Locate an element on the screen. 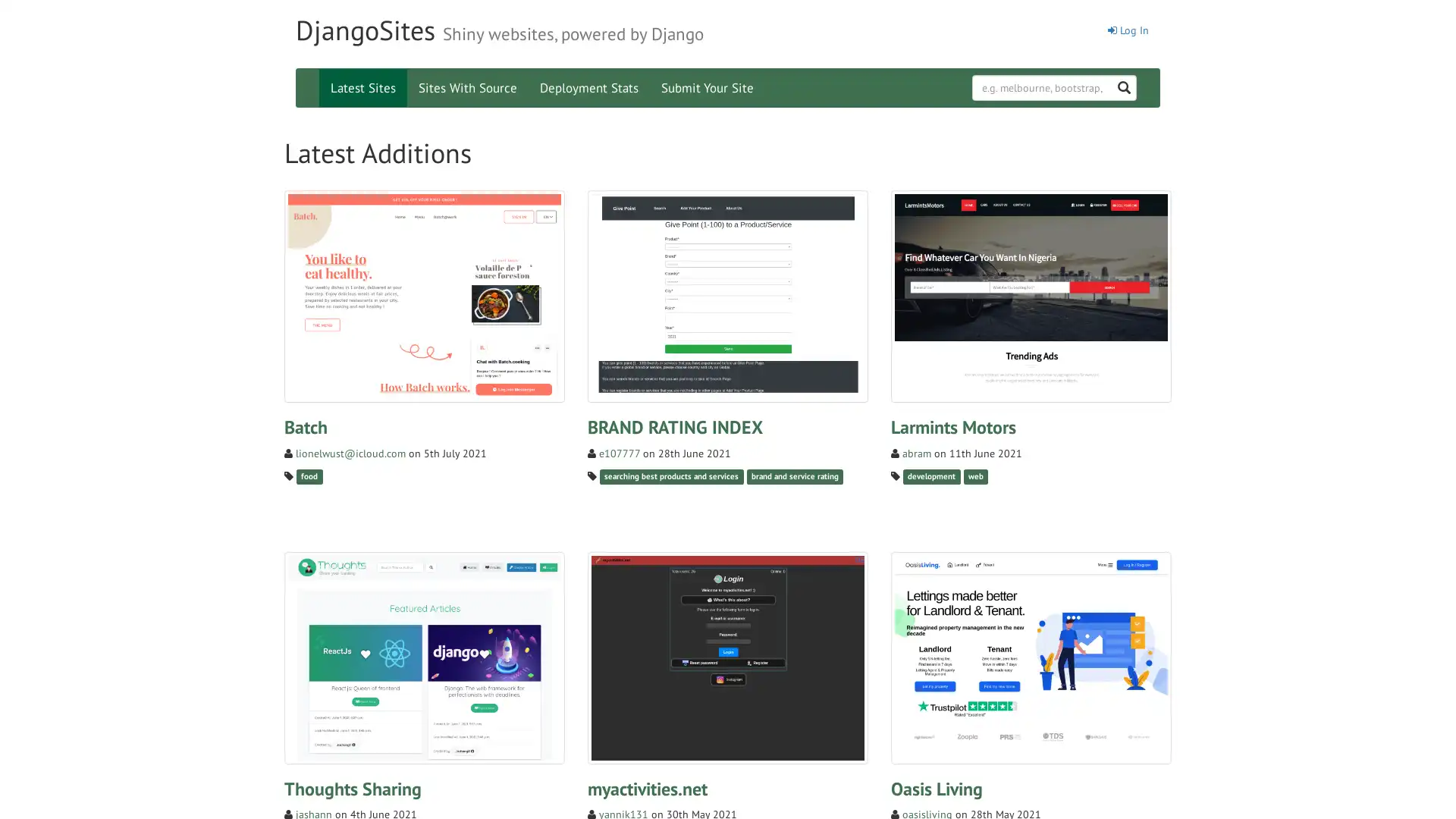  Search is located at coordinates (1146, 79).